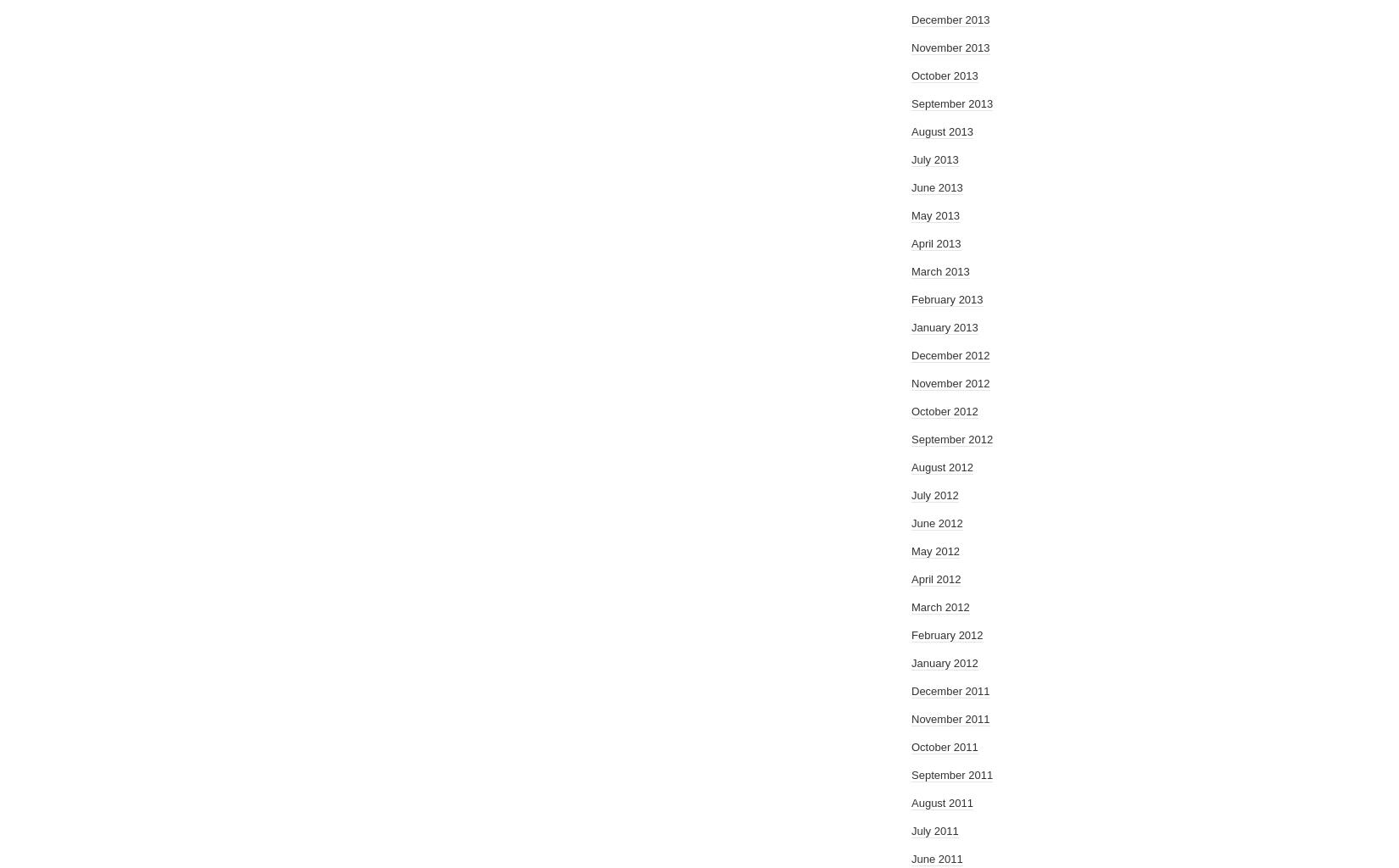 This screenshot has width=1399, height=868. What do you see at coordinates (942, 803) in the screenshot?
I see `'August 2011'` at bounding box center [942, 803].